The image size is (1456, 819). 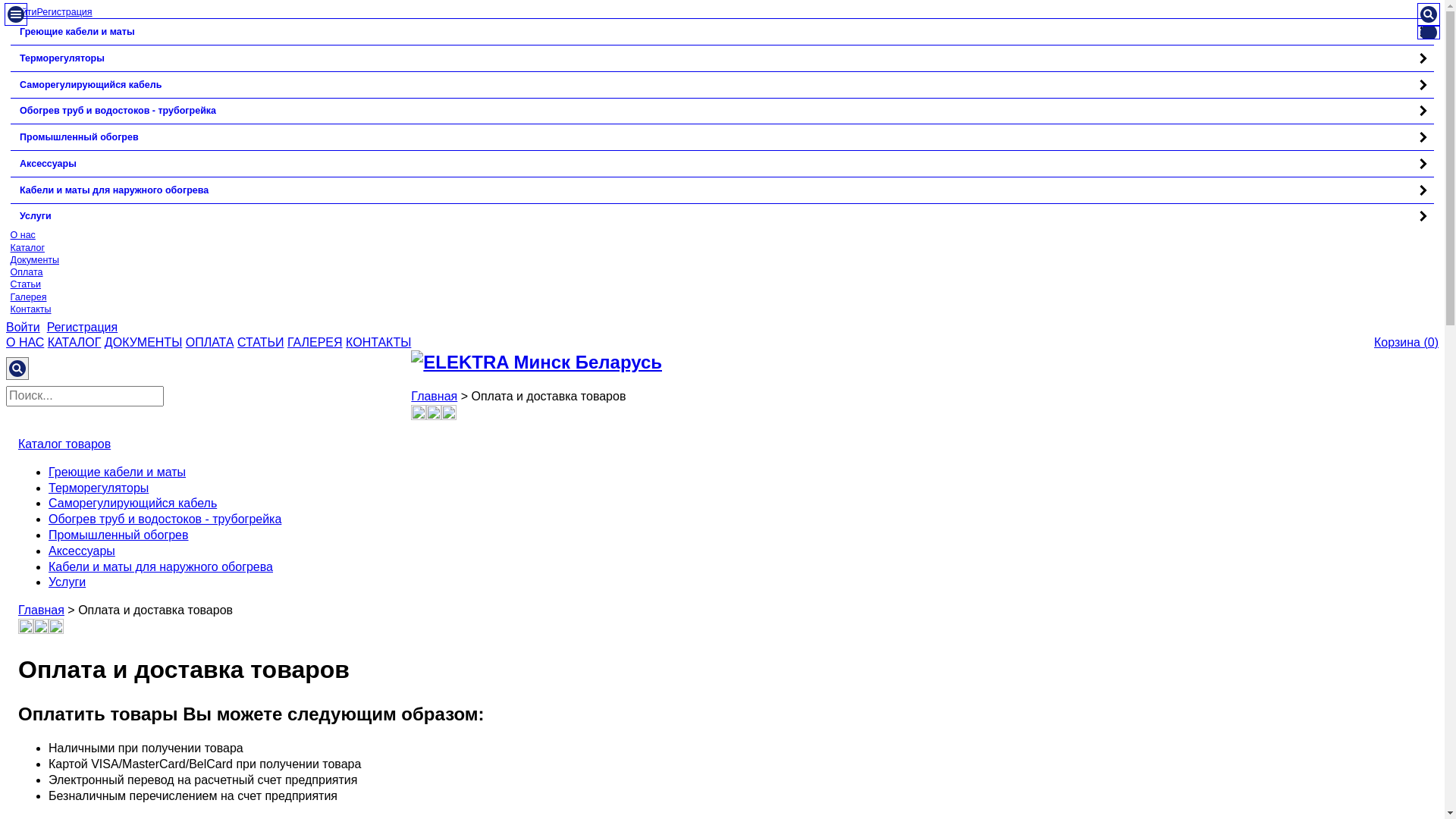 What do you see at coordinates (25, 629) in the screenshot?
I see `'Instagram'` at bounding box center [25, 629].